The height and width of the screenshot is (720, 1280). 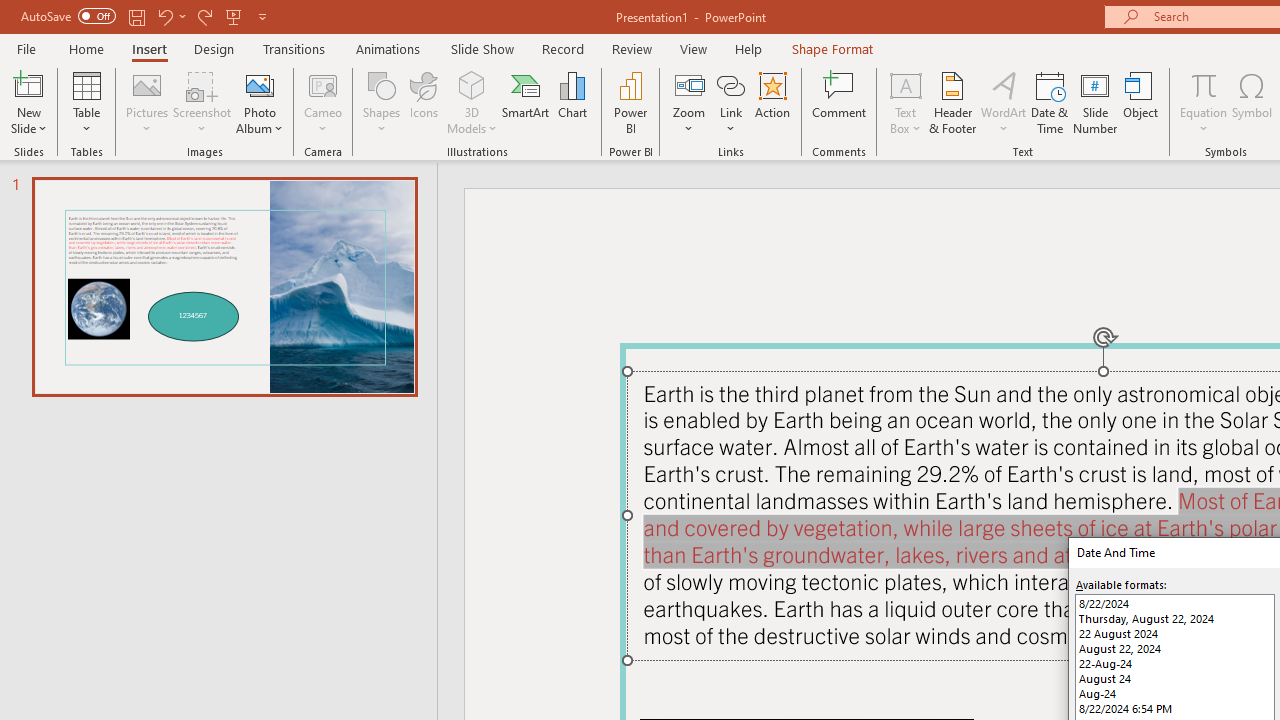 What do you see at coordinates (1175, 648) in the screenshot?
I see `'August 22, 2024'` at bounding box center [1175, 648].